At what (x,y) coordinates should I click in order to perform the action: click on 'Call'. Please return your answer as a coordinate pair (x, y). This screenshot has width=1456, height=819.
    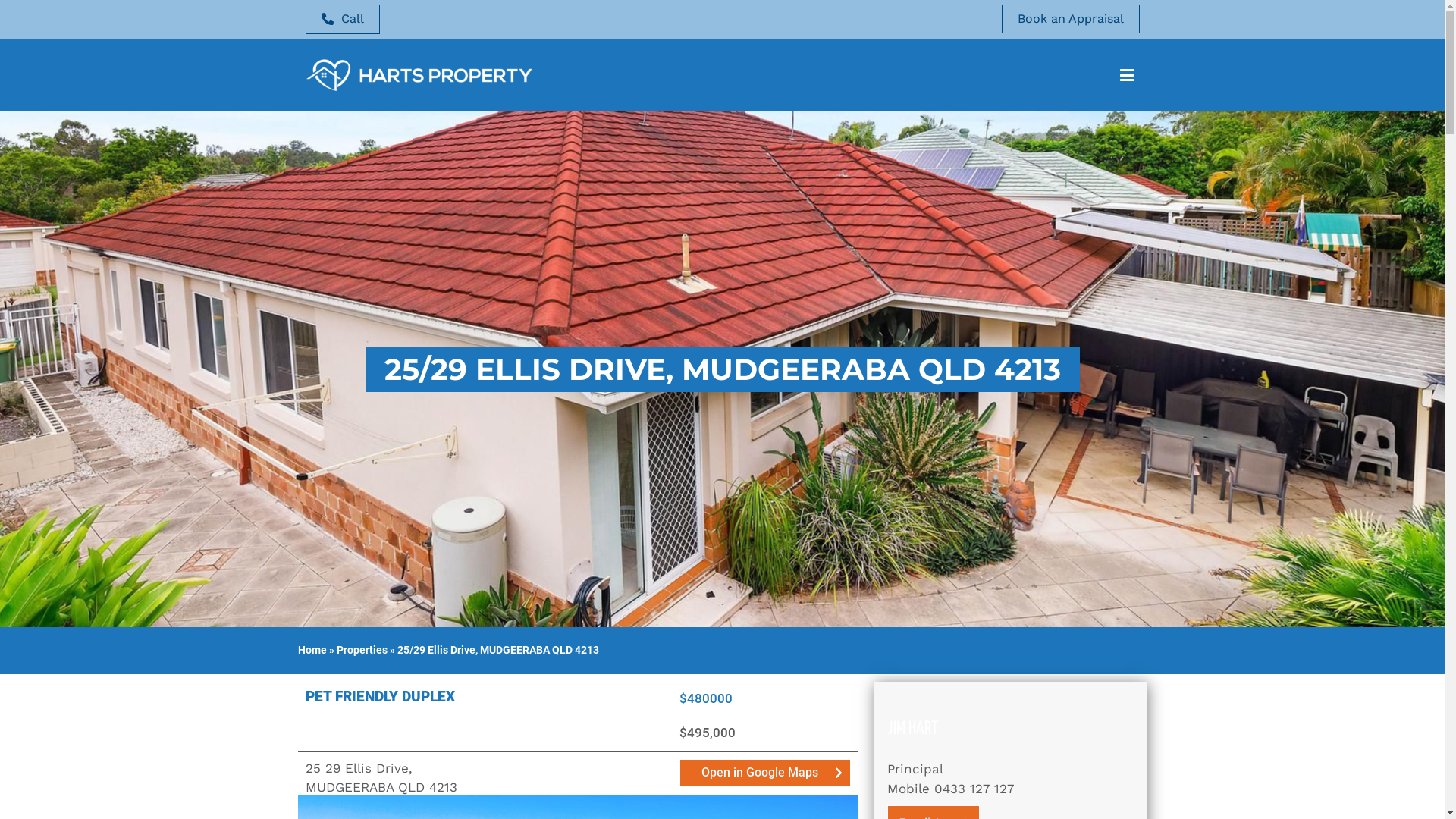
    Looking at the image, I should click on (304, 19).